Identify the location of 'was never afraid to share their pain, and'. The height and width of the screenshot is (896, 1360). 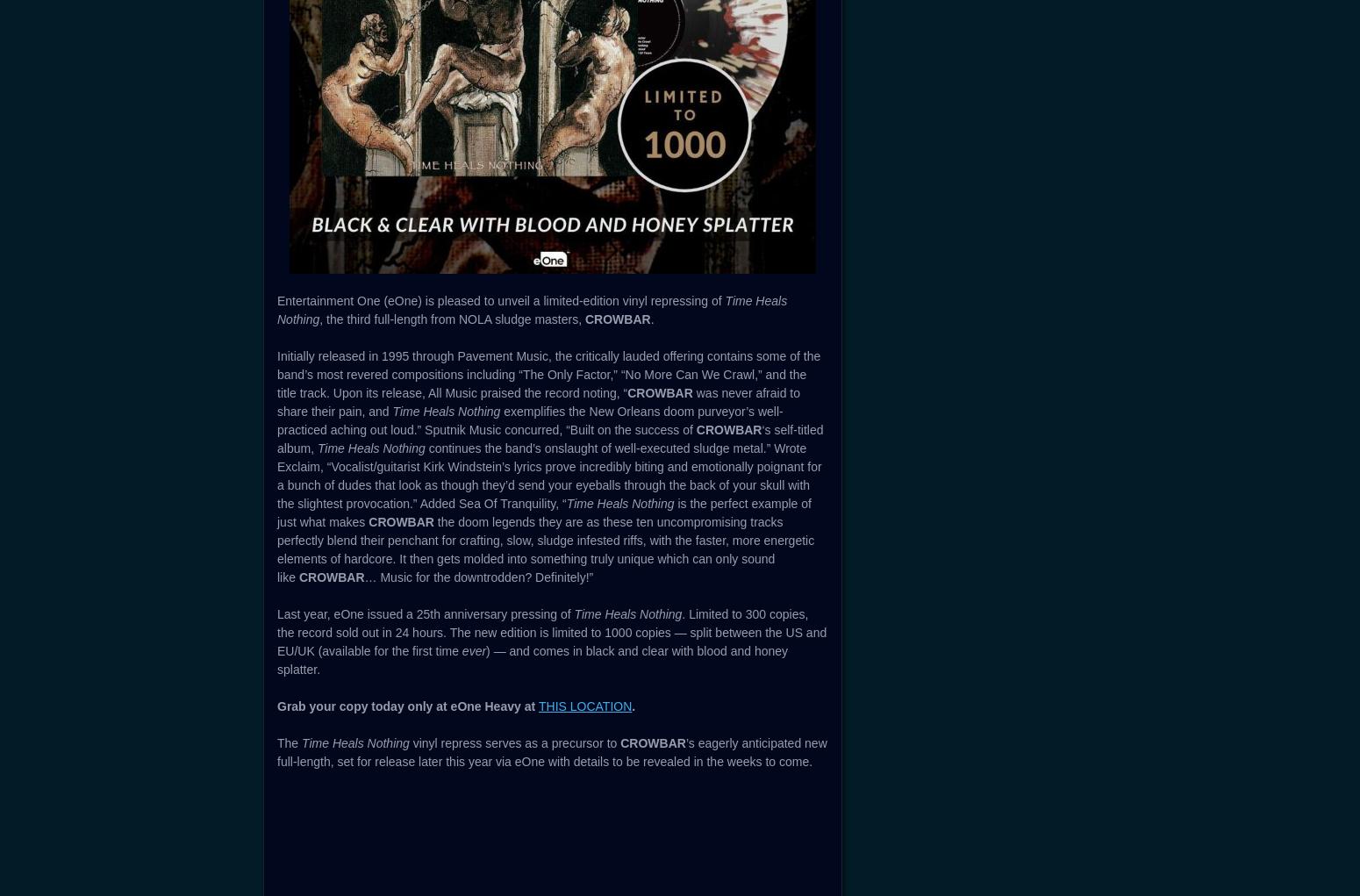
(538, 402).